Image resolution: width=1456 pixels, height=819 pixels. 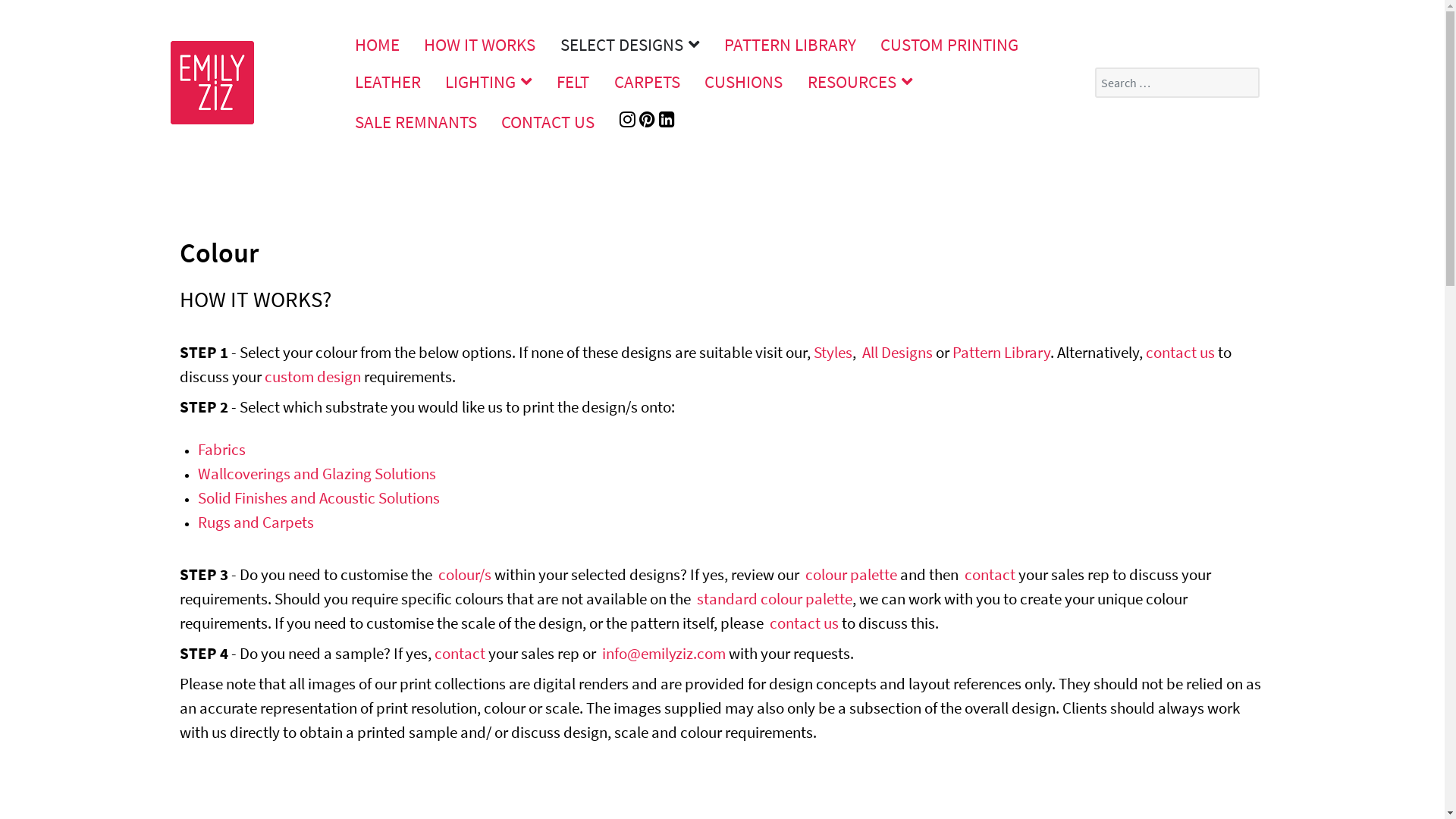 What do you see at coordinates (851, 574) in the screenshot?
I see `'colour palette'` at bounding box center [851, 574].